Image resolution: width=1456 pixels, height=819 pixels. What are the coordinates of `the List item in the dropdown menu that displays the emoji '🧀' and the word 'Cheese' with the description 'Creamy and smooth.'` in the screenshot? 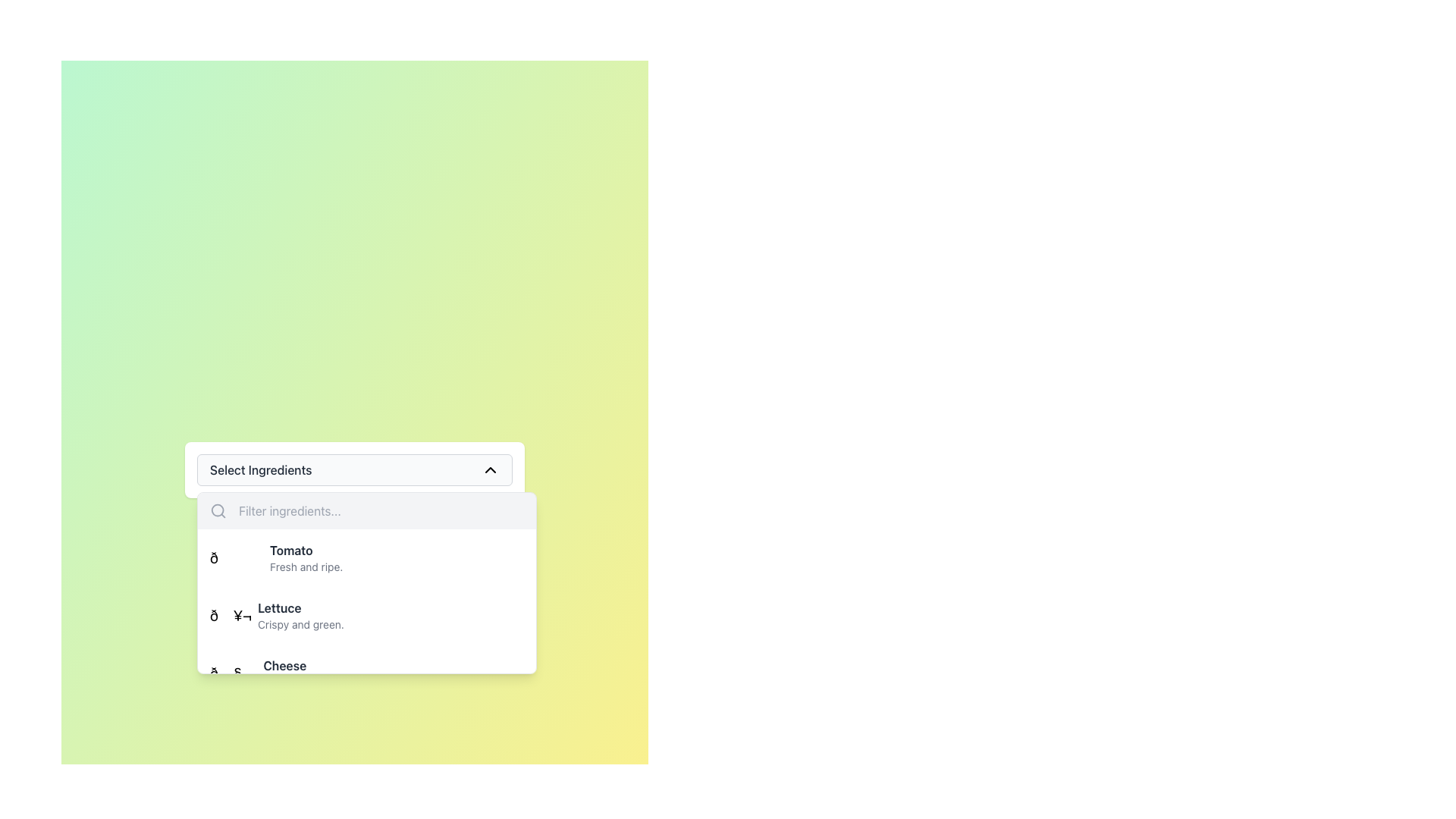 It's located at (367, 672).